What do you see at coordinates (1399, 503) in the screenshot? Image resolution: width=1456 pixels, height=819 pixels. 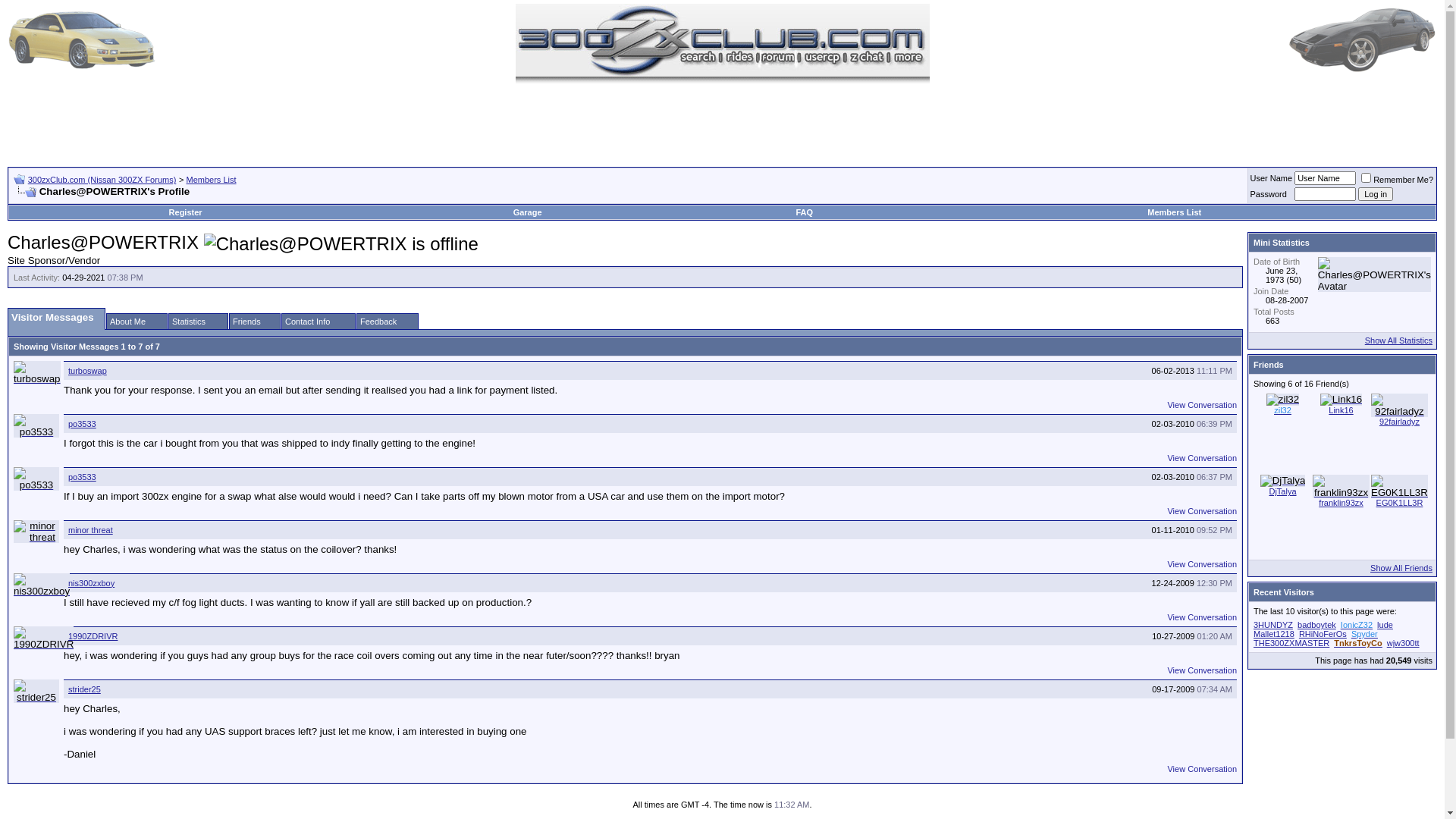 I see `'EG0K1LL3R'` at bounding box center [1399, 503].